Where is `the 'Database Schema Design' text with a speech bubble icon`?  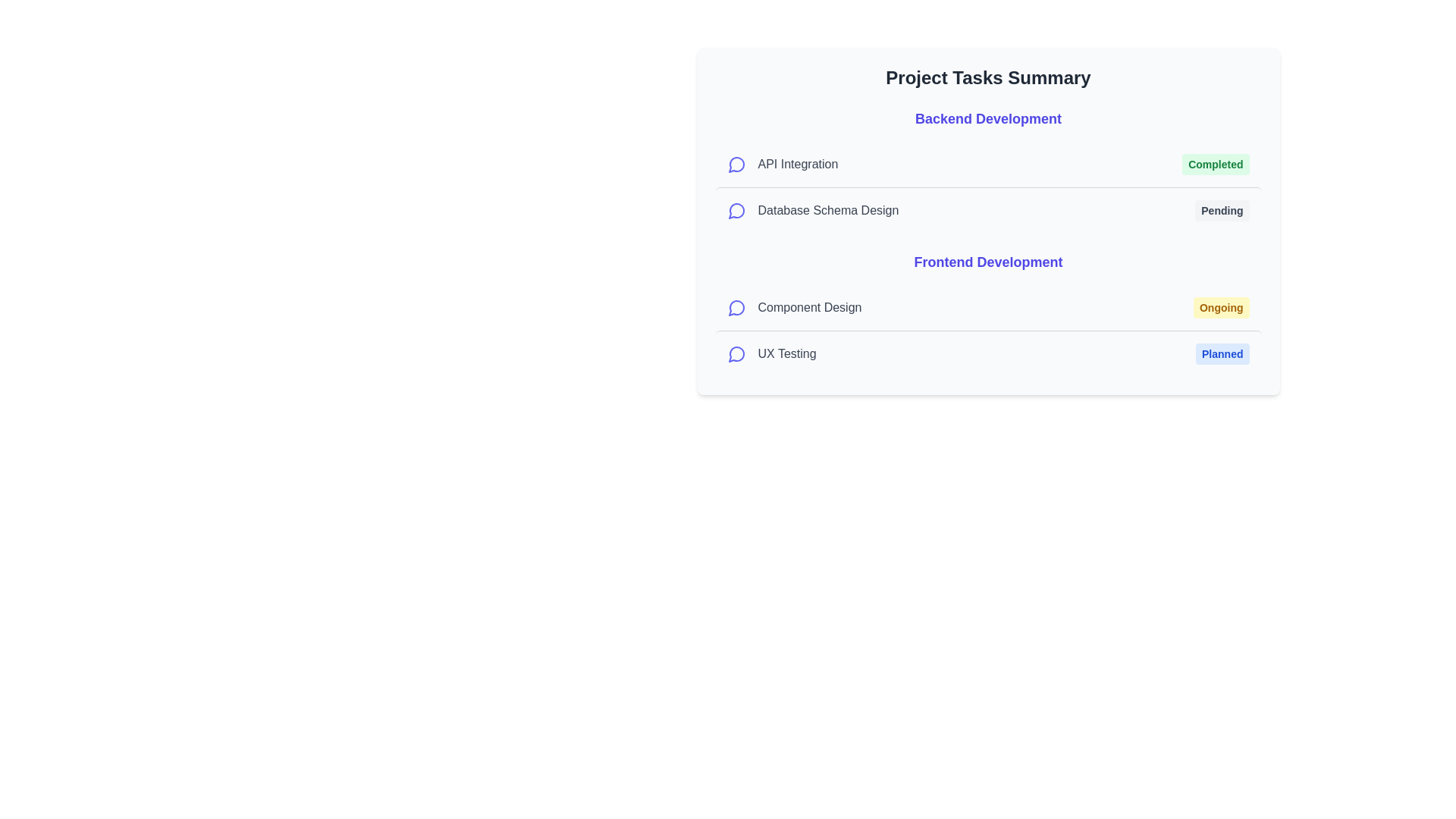
the 'Database Schema Design' text with a speech bubble icon is located at coordinates (811, 210).